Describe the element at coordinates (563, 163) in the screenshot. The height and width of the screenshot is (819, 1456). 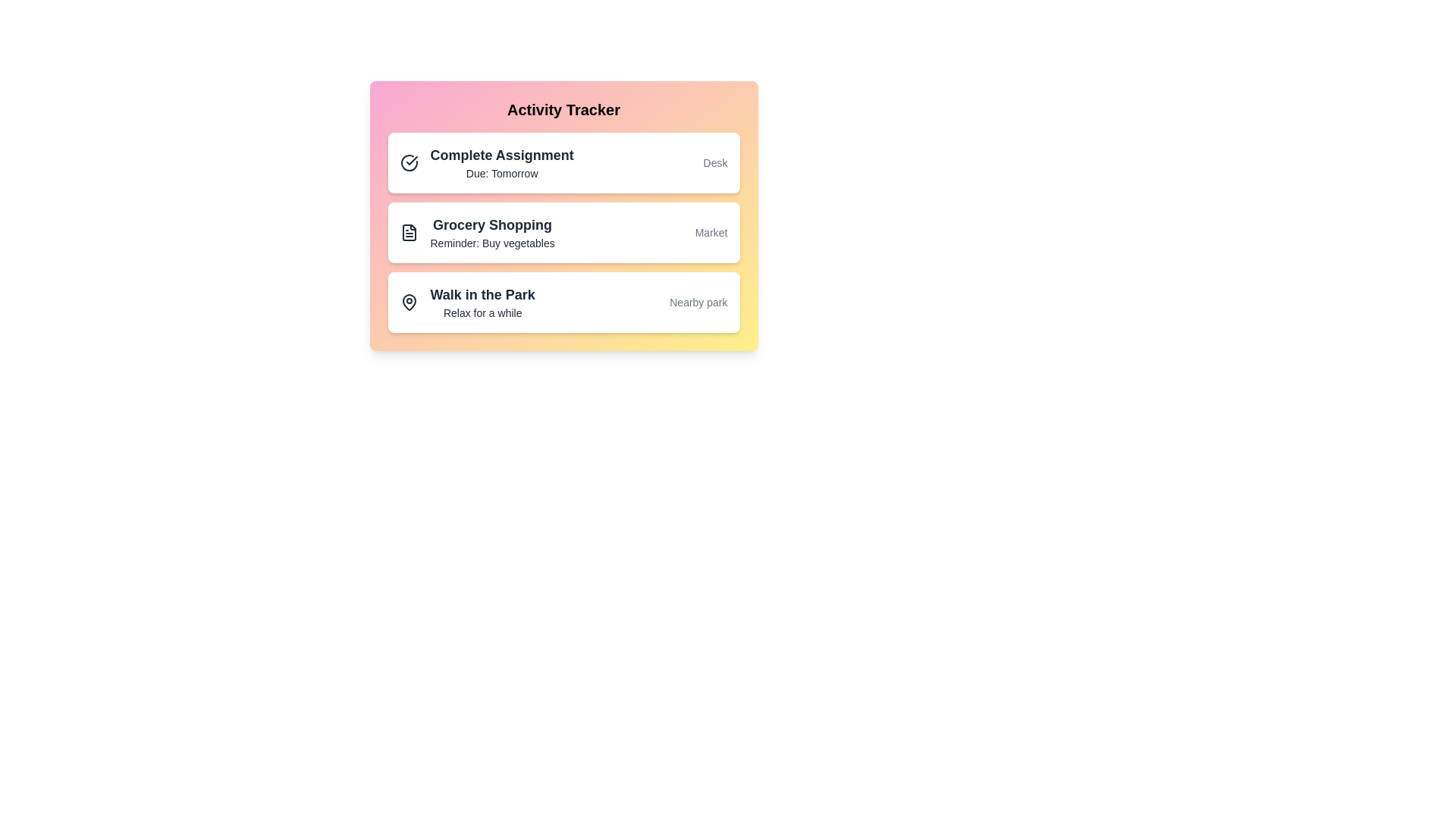
I see `the item Complete Assignment in the list` at that location.